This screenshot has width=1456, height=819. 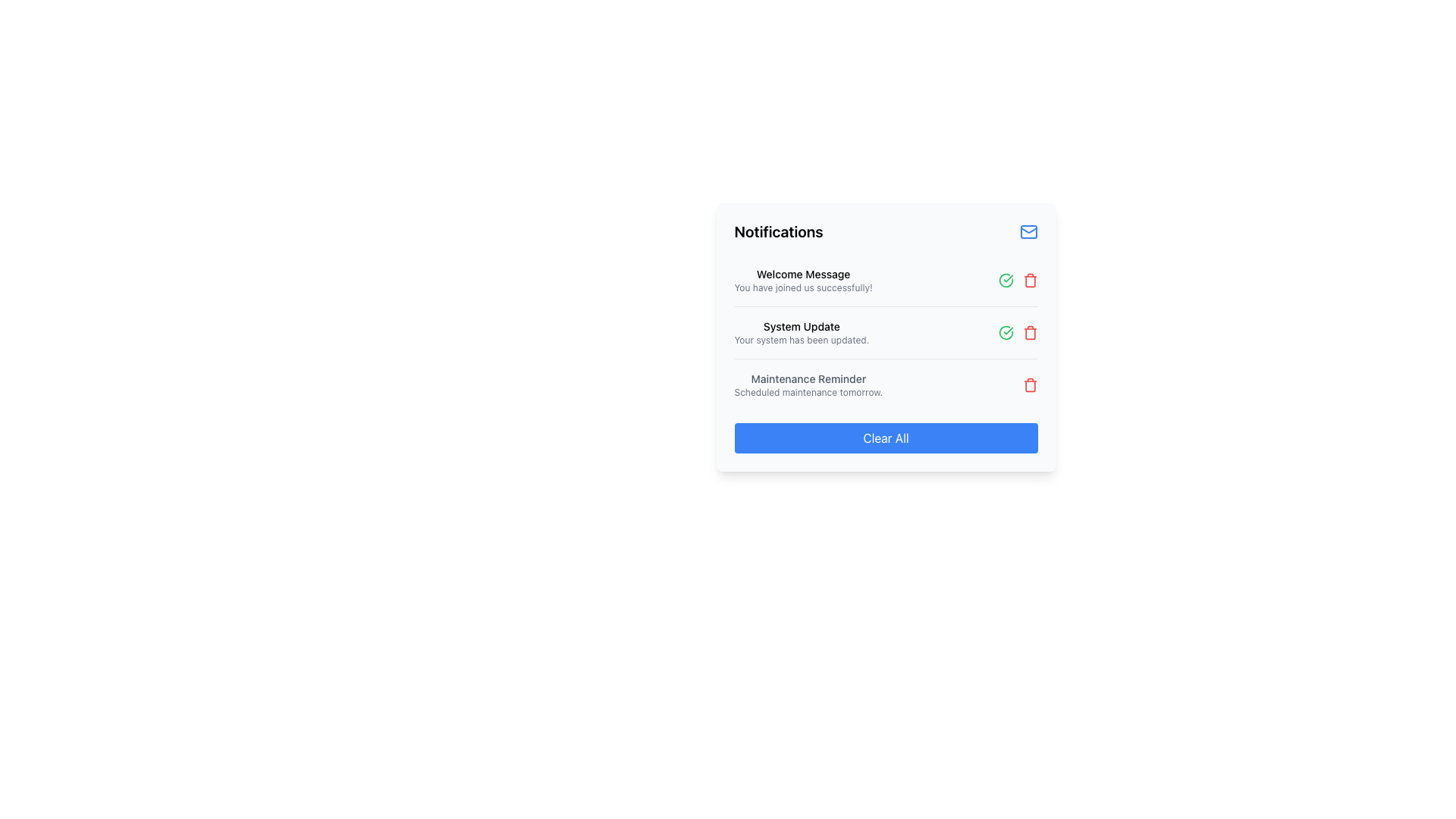 I want to click on the static text that provides information about a system update, located directly under the title 'System Update' in the notifications panel, so click(x=801, y=339).